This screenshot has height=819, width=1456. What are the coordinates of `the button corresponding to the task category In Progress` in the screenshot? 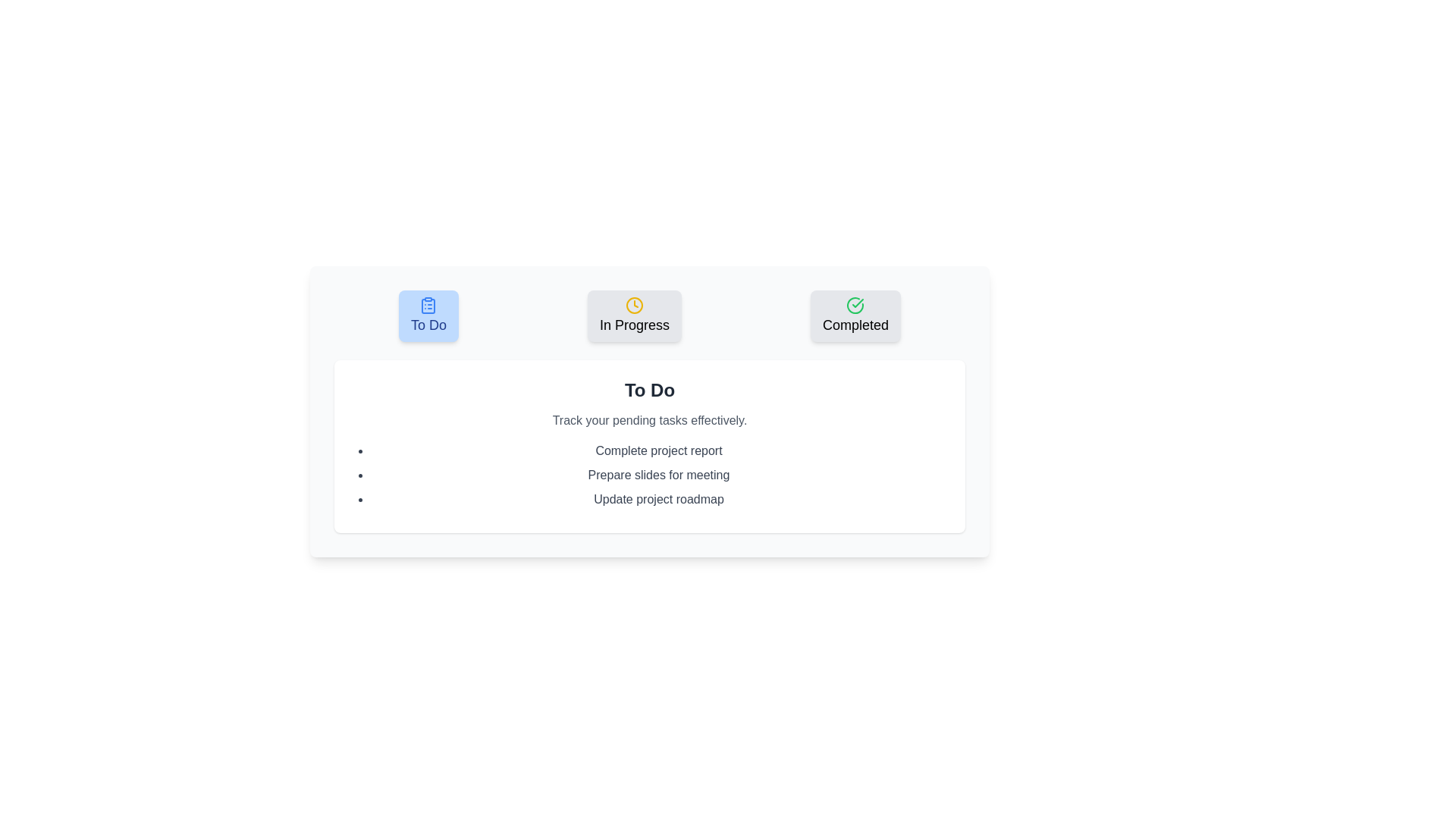 It's located at (633, 315).